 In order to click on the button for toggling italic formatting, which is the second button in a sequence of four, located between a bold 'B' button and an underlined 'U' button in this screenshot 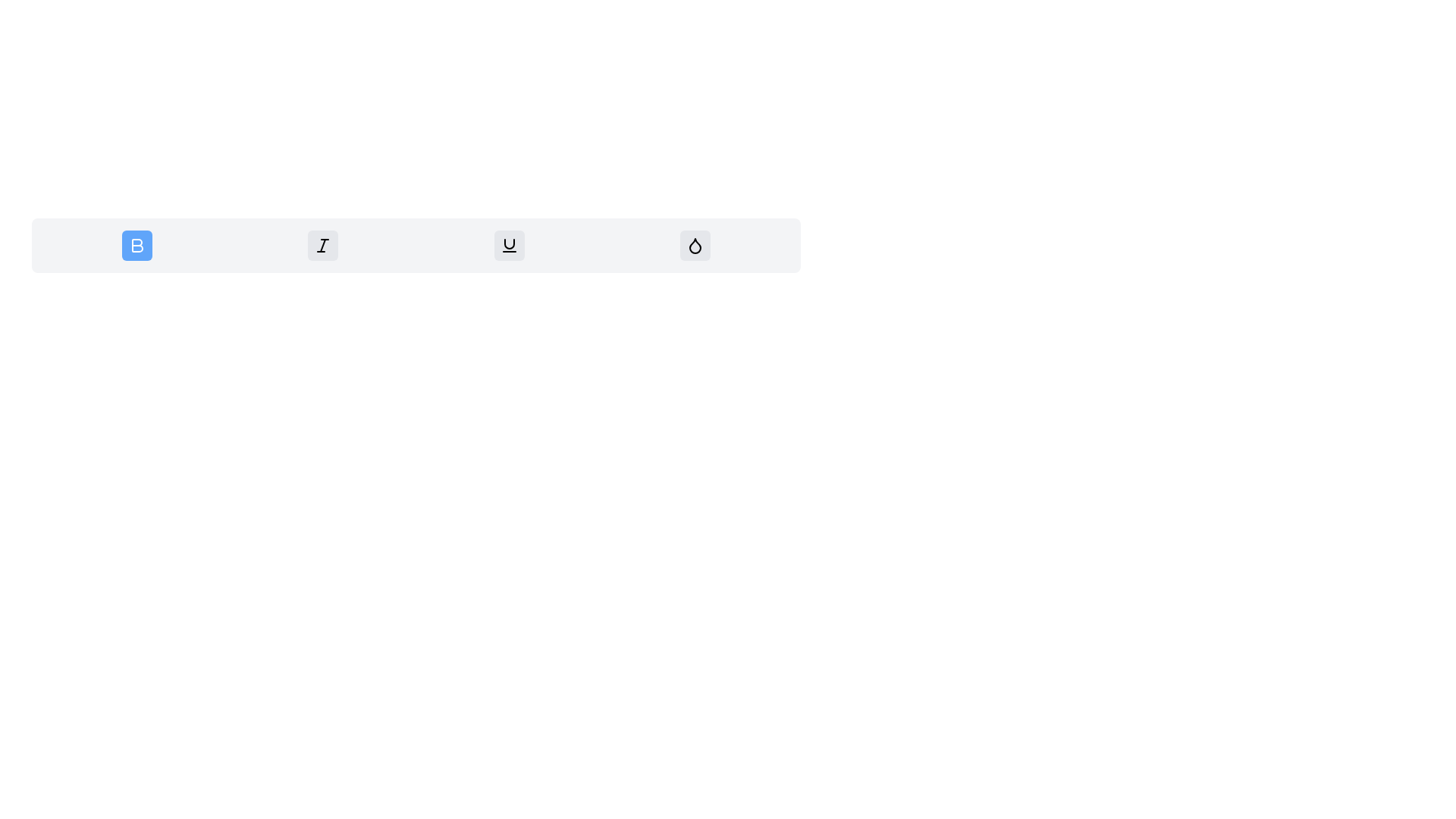, I will do `click(322, 245)`.